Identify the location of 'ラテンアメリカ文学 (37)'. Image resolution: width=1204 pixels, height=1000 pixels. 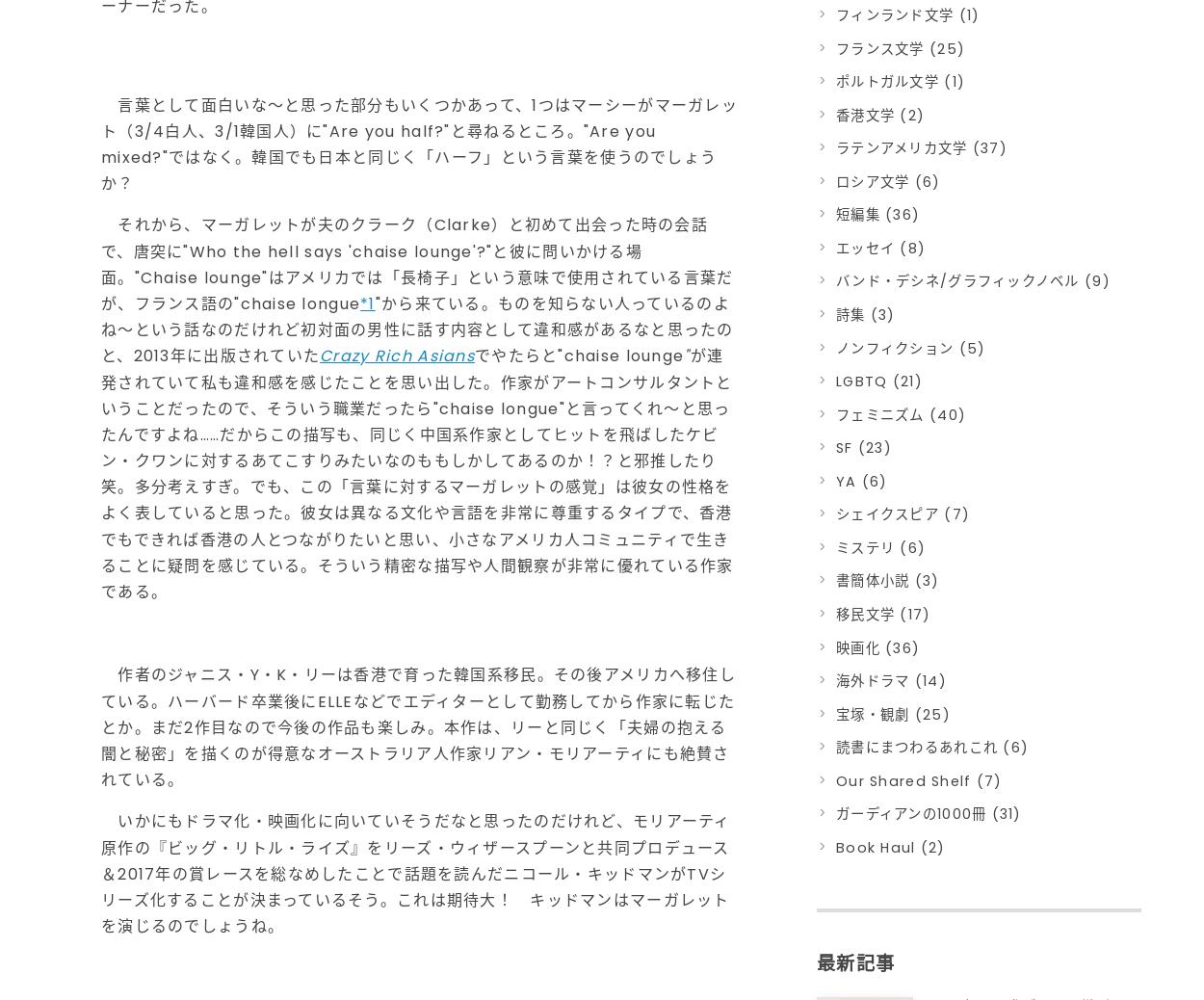
(920, 147).